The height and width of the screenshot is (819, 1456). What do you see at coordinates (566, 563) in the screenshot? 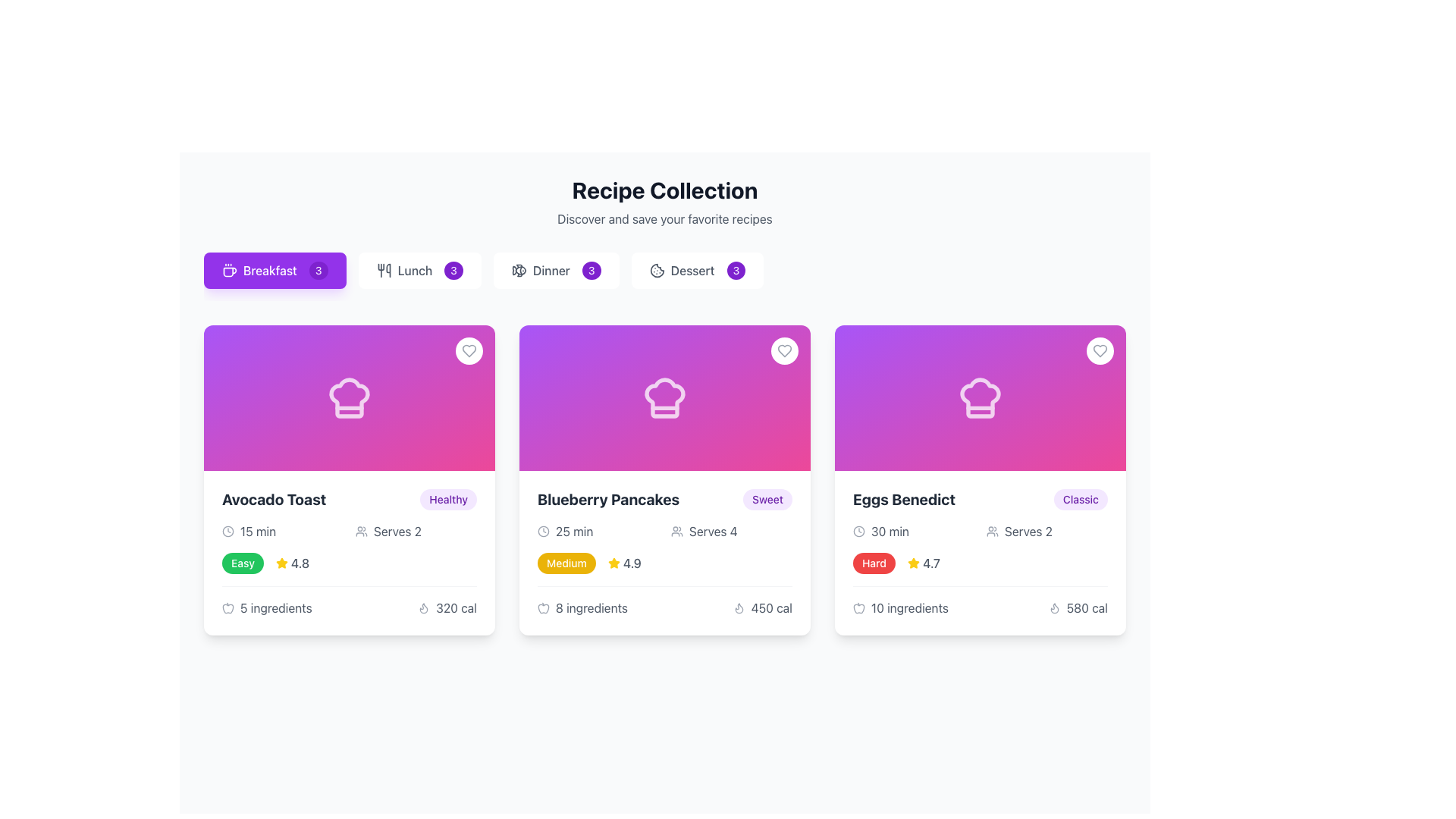
I see `the 'Medium' Label element with a yellow background, located in the second card of the 'Recipe Collection' grid, positioned to the left of a yellow star icon and the text '4.9'` at bounding box center [566, 563].